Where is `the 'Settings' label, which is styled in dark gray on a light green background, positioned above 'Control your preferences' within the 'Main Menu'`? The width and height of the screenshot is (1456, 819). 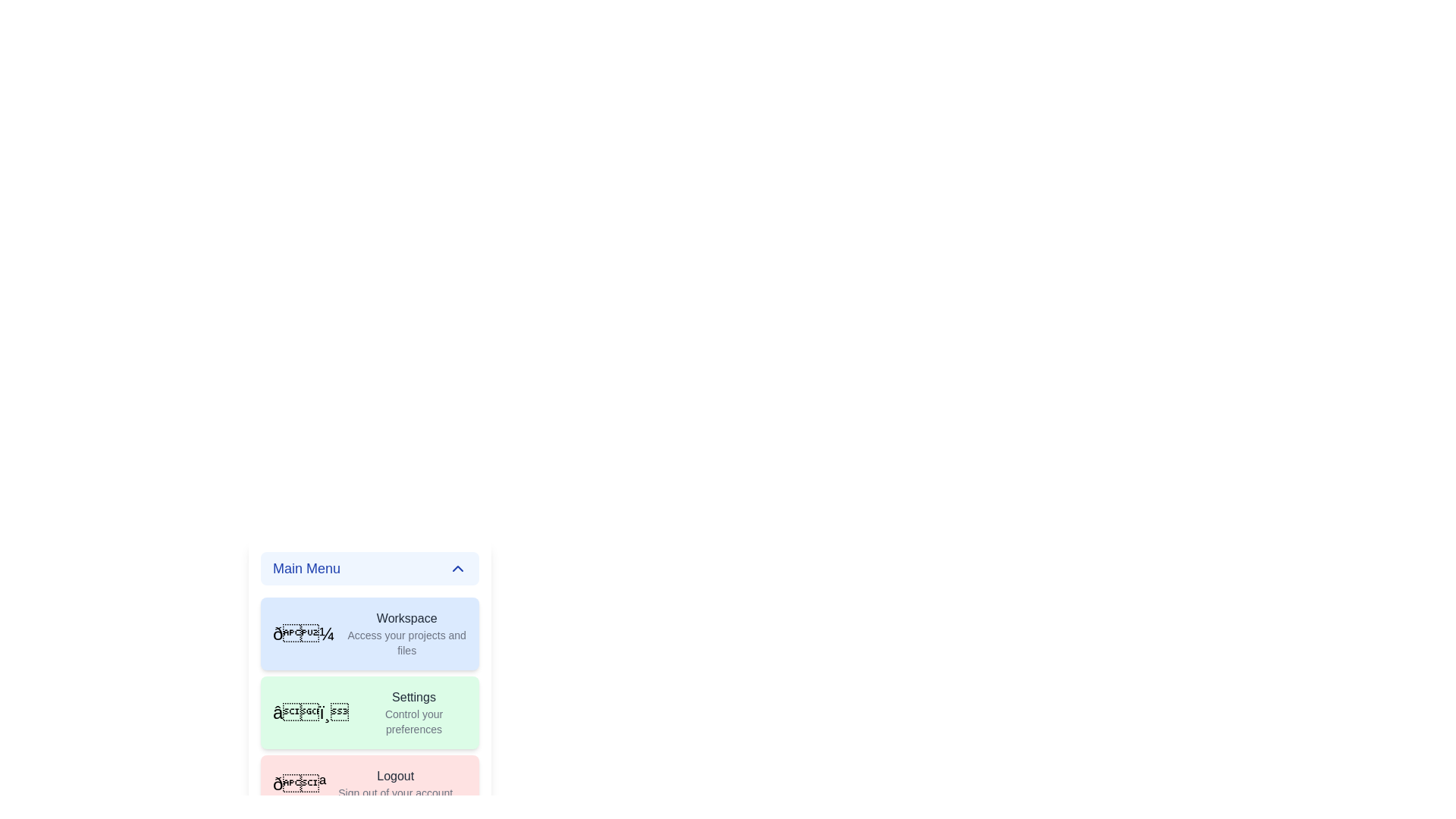 the 'Settings' label, which is styled in dark gray on a light green background, positioned above 'Control your preferences' within the 'Main Menu' is located at coordinates (414, 698).